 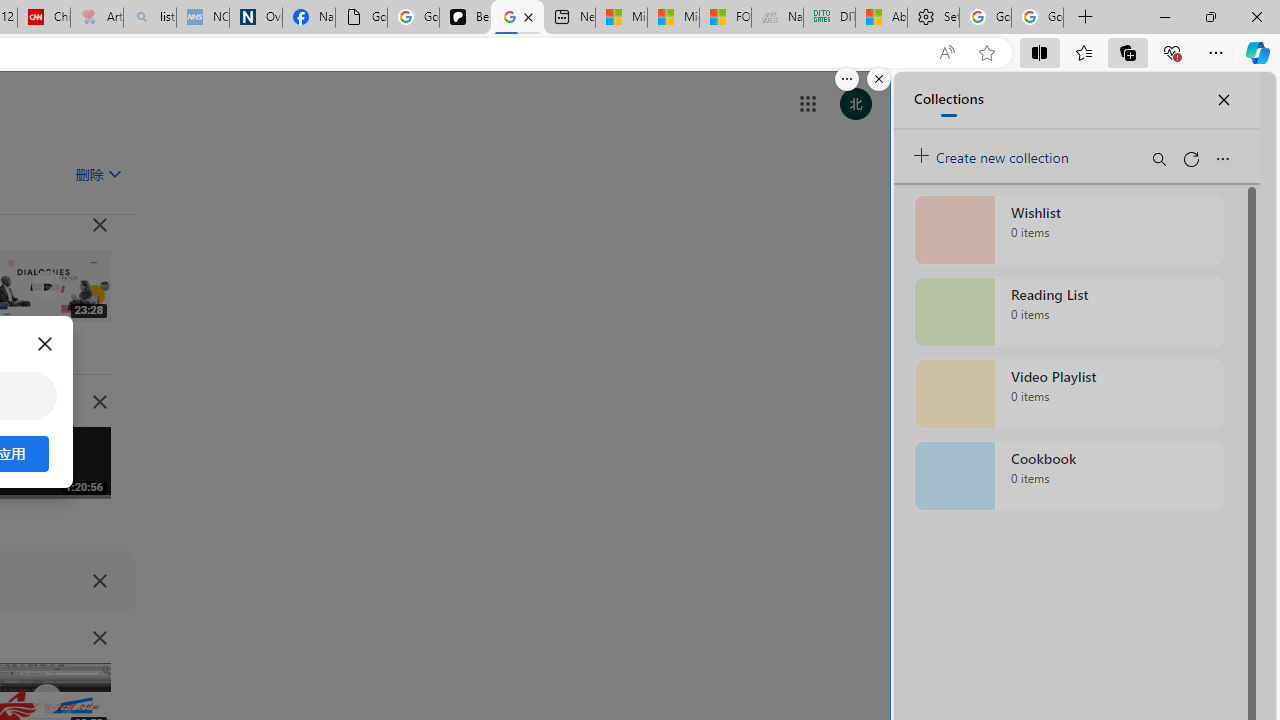 I want to click on 'Class: IVR0f NMm5M', so click(x=47, y=698).